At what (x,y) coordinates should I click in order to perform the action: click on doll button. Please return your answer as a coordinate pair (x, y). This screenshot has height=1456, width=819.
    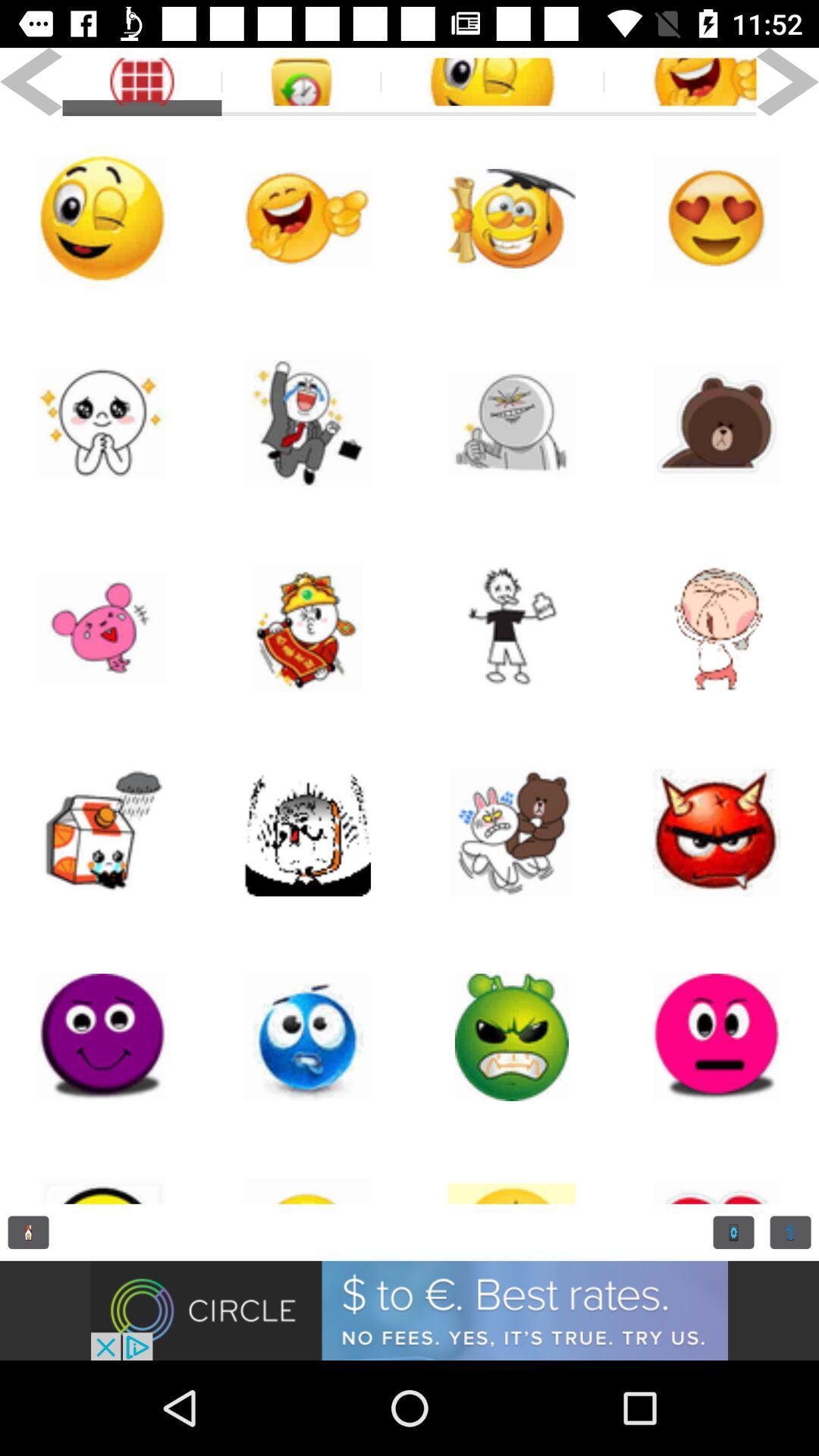
    Looking at the image, I should click on (512, 1171).